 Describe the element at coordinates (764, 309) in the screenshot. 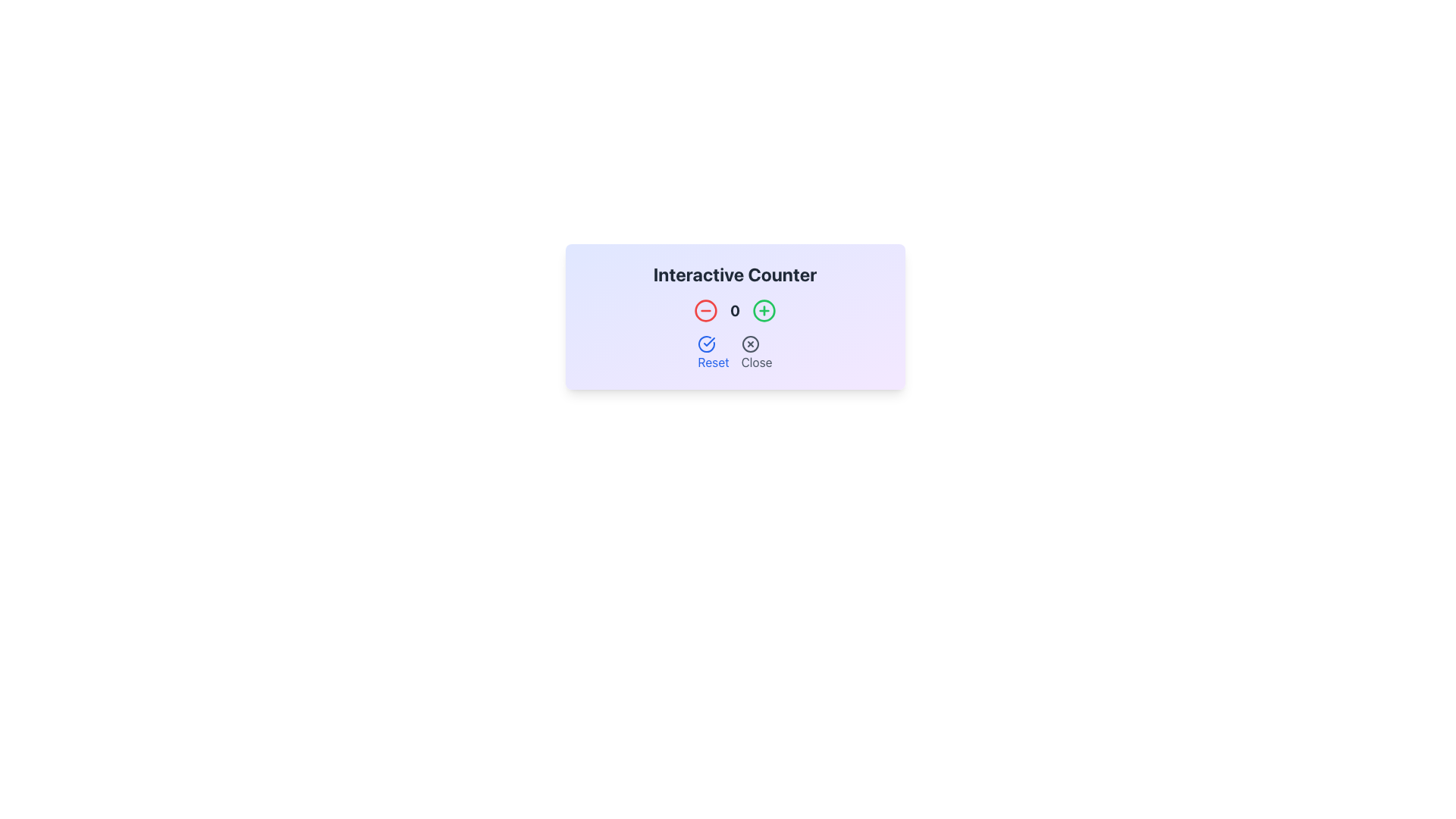

I see `the circular outline element within the plus sign icon button located at the top section of the interface` at that location.